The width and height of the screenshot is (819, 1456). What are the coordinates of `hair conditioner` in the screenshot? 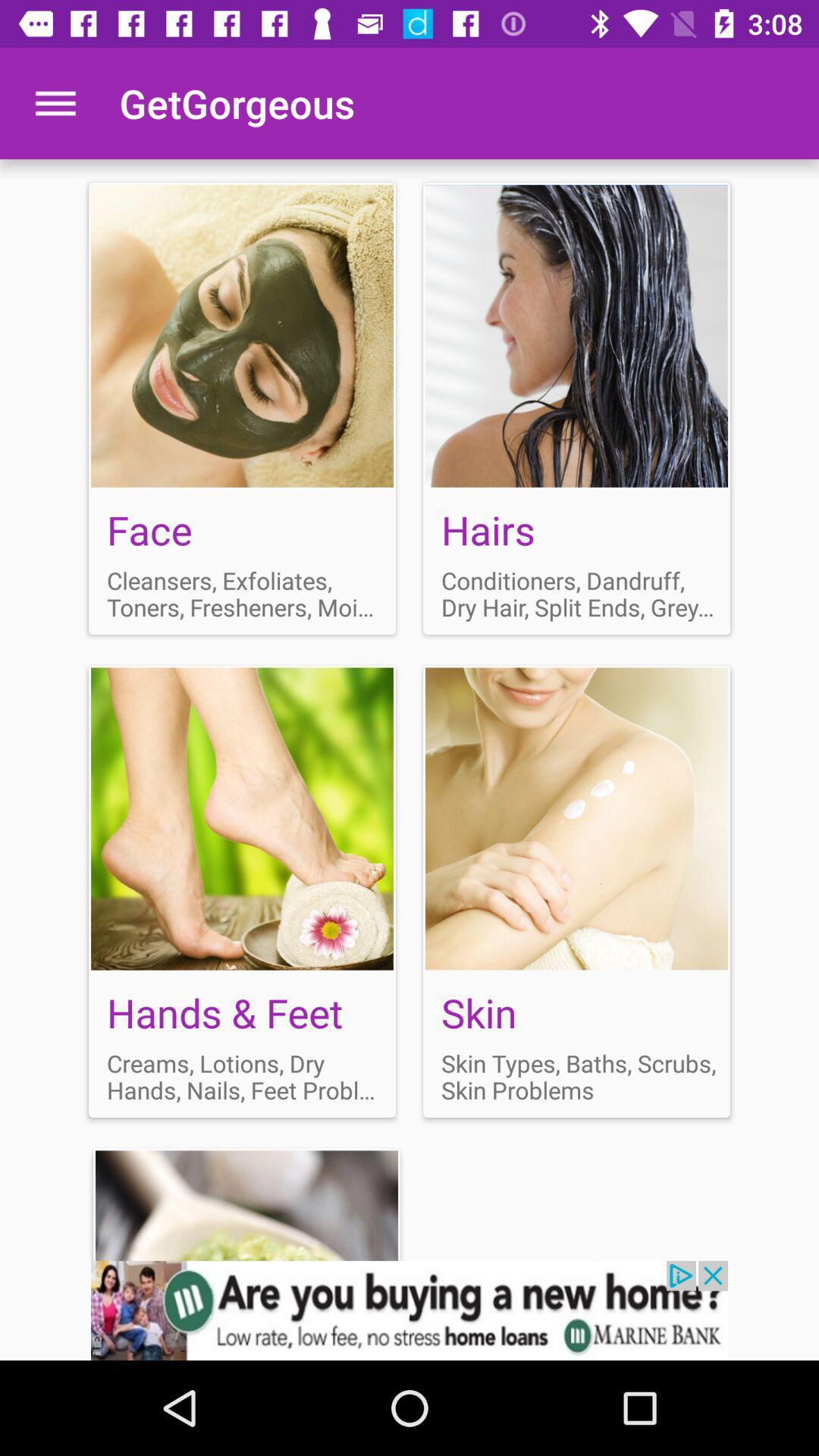 It's located at (576, 408).